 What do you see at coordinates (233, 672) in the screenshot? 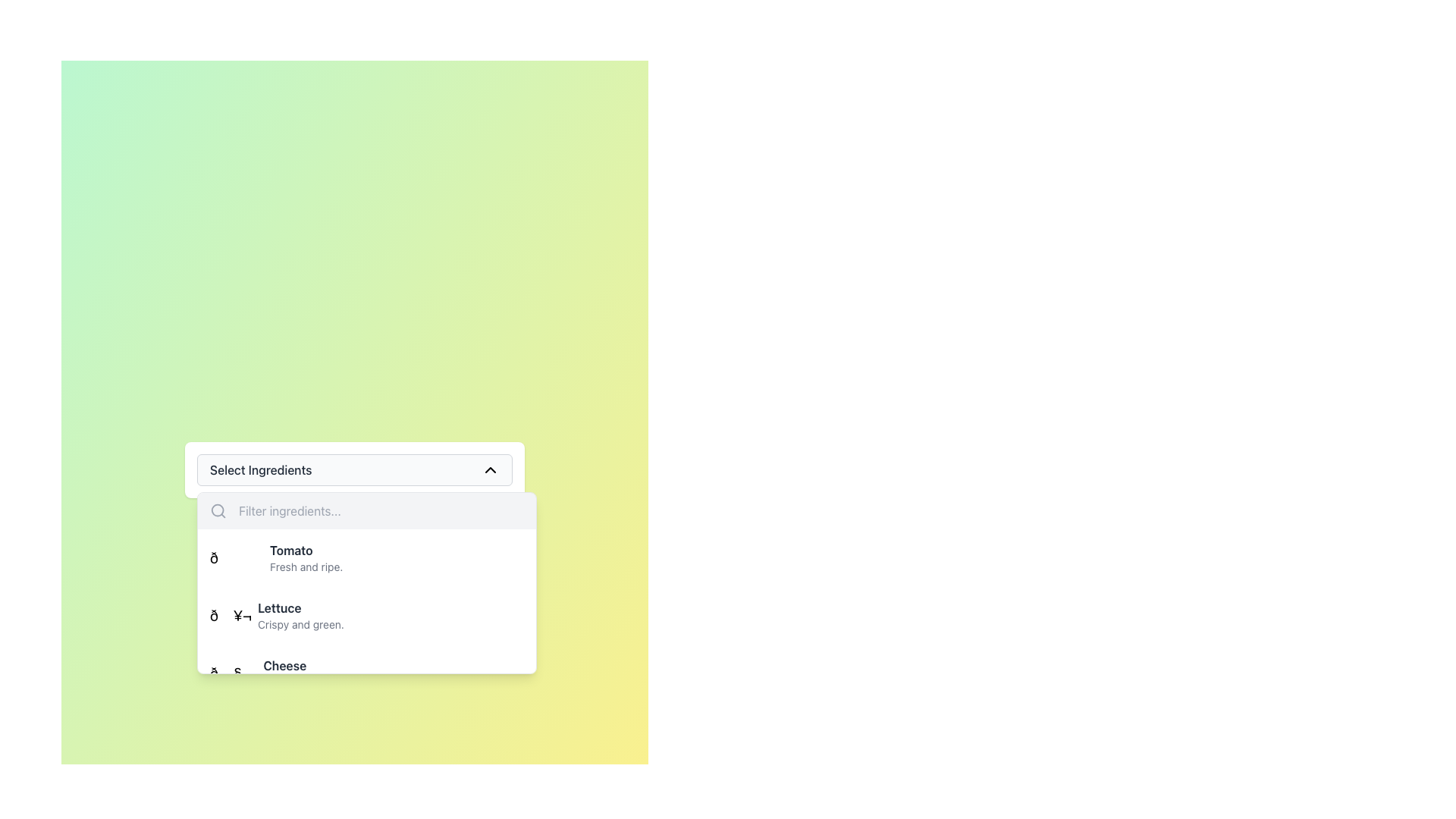
I see `the black glyph icon aligned leftmost in the row displaying information about 'Cheese', which precedes the text 'Cheese' and its description 'Creamy and smooth.'` at bounding box center [233, 672].